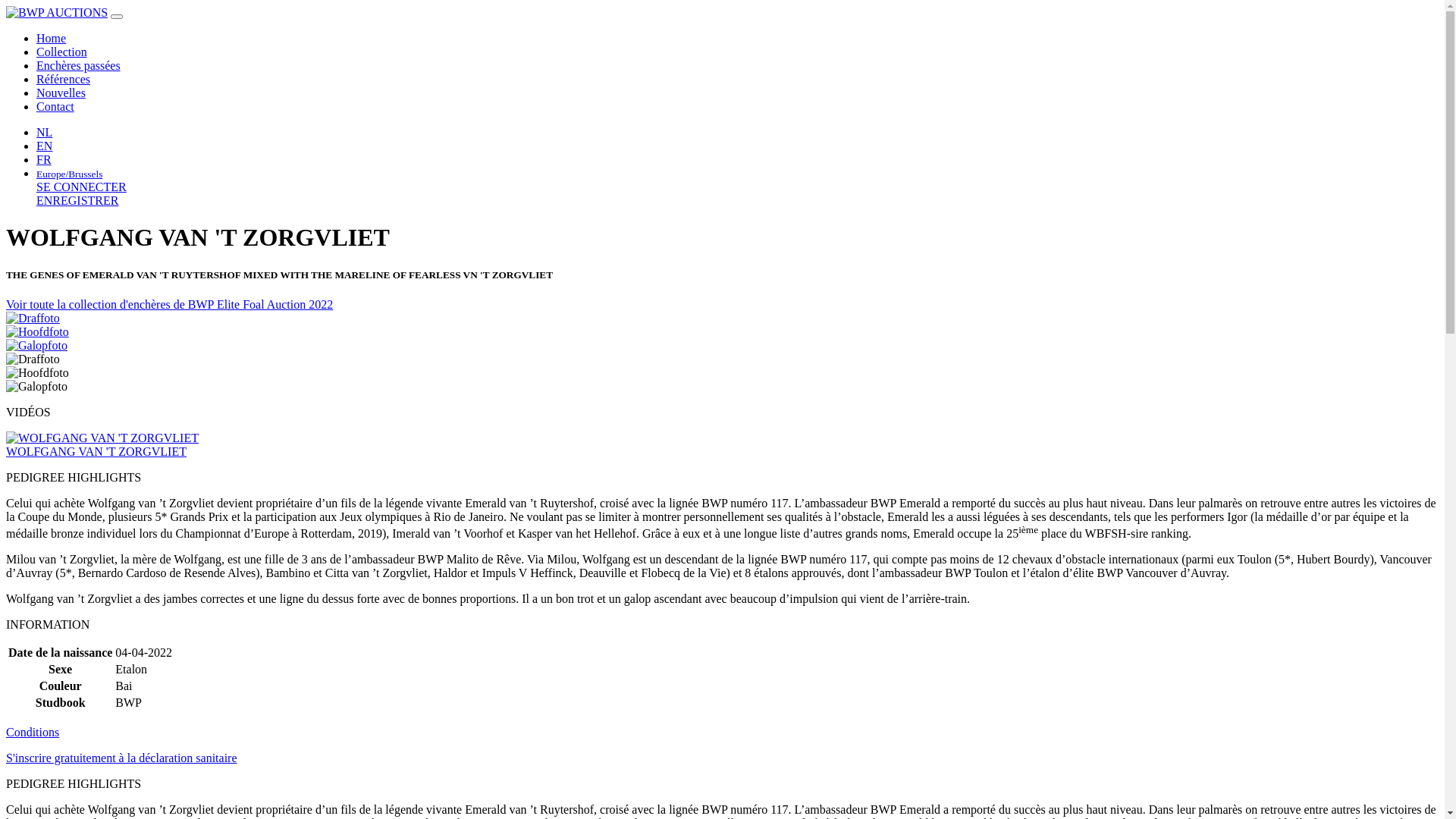 This screenshot has width=1456, height=819. Describe the element at coordinates (55, 105) in the screenshot. I see `'Contact'` at that location.